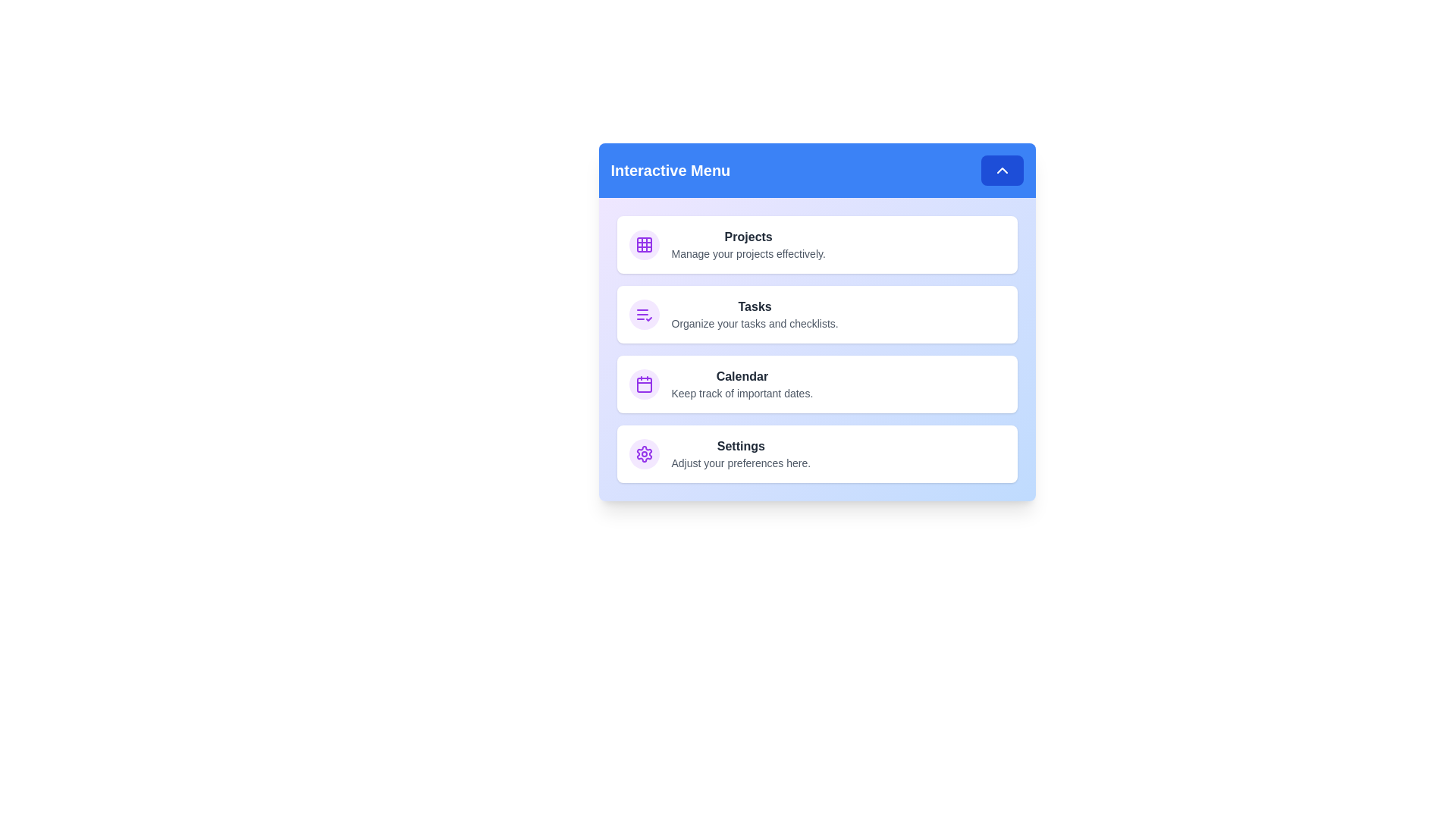 This screenshot has height=819, width=1456. I want to click on the menu item Calendar to display its hover state, so click(816, 383).